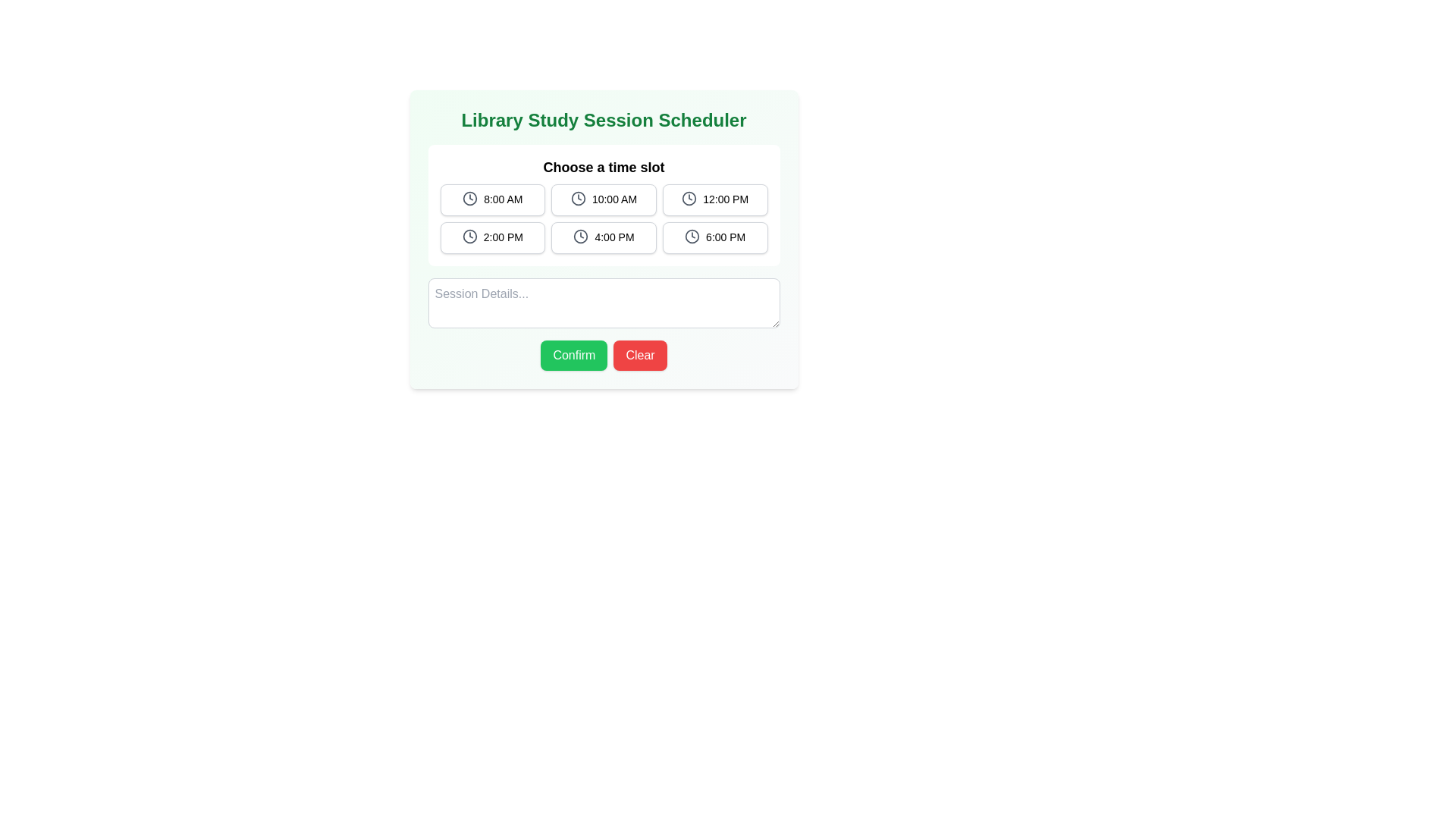 Image resolution: width=1456 pixels, height=819 pixels. Describe the element at coordinates (603, 237) in the screenshot. I see `the button labeled '4:00 PM' located in the middle of the bottom row of a 3x2 grid in the 'Choose a time slot' section to observe any hover effect` at that location.